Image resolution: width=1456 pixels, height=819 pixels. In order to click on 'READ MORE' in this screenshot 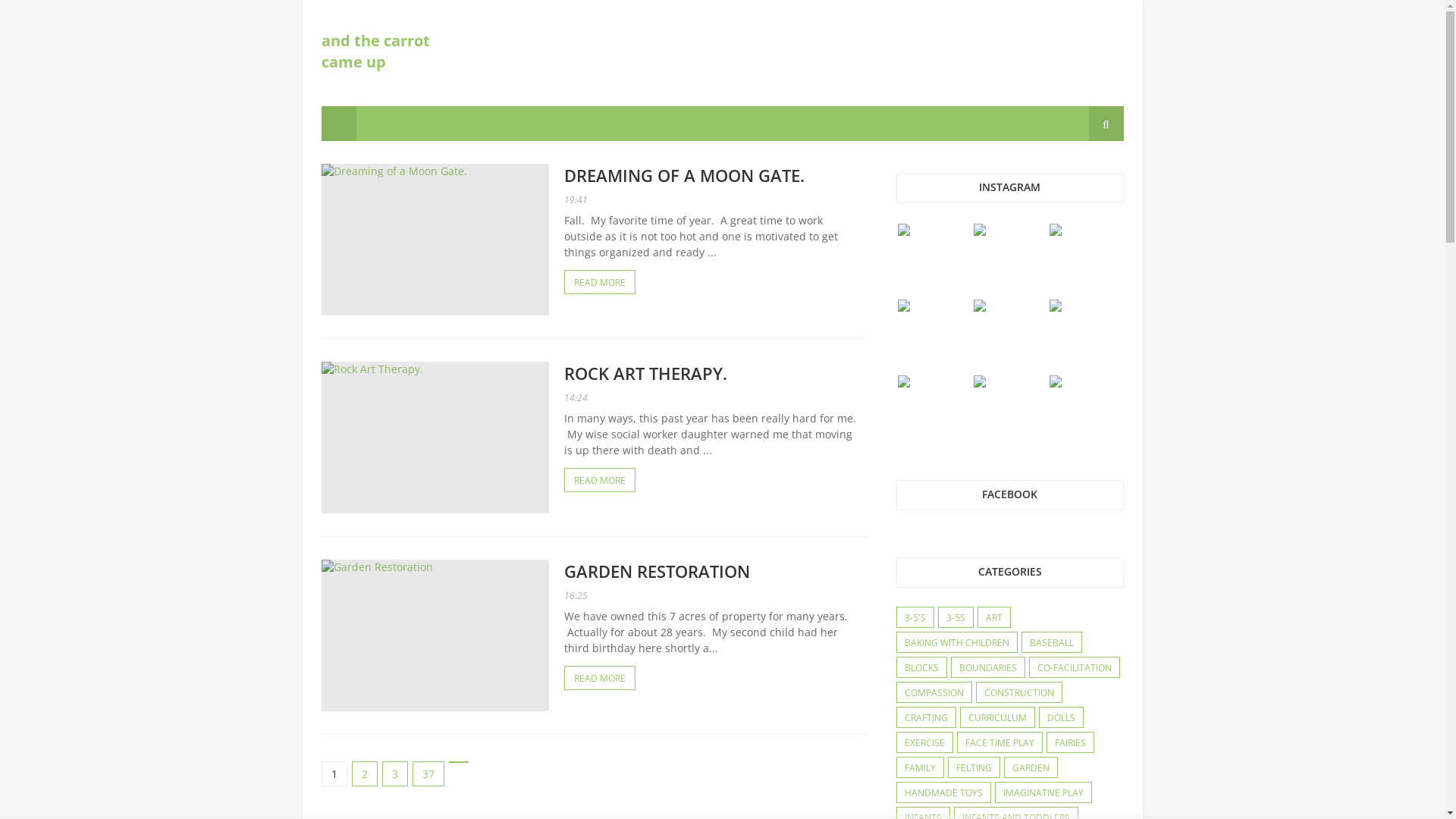, I will do `click(599, 677)`.